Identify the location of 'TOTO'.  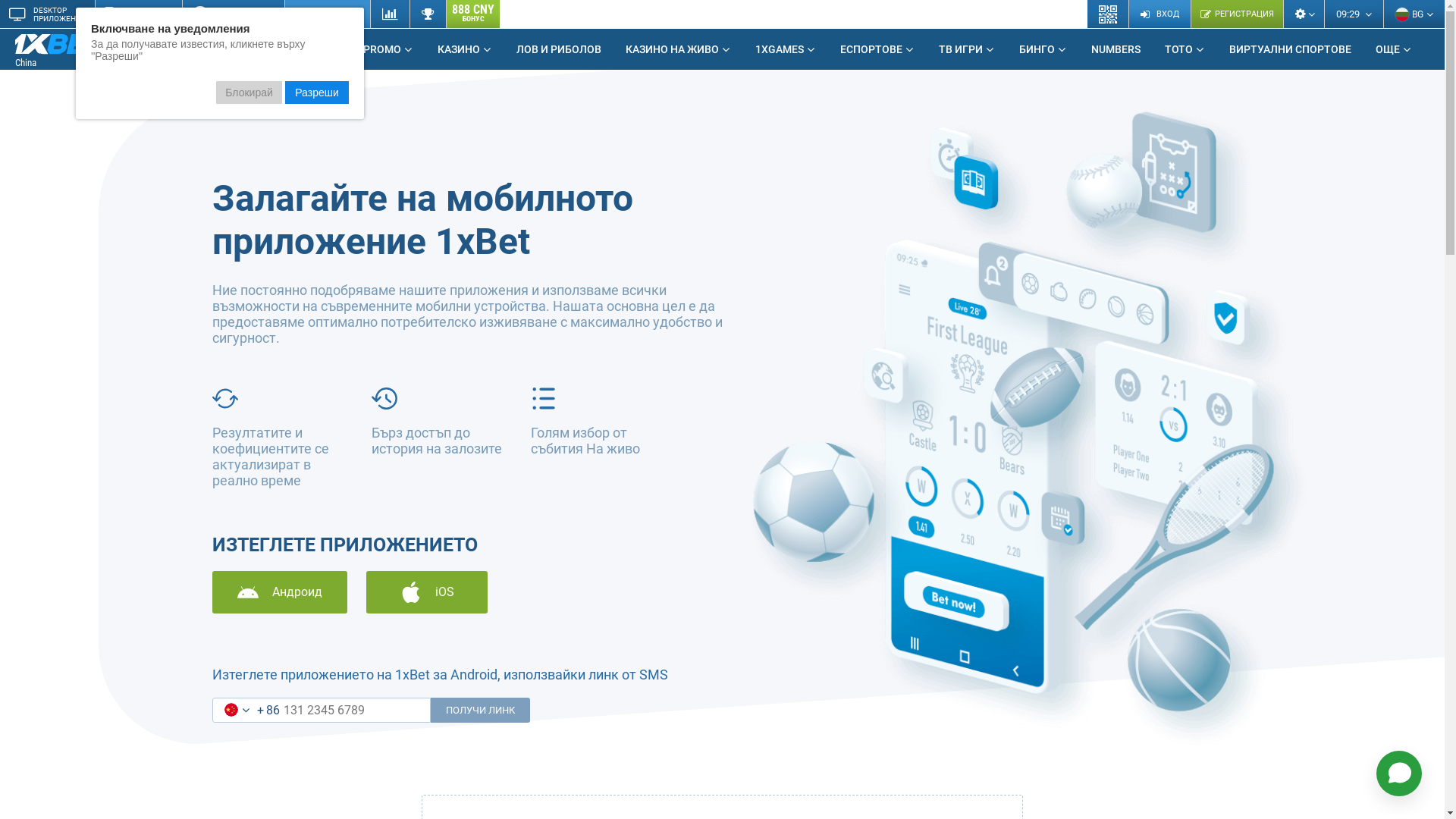
(1153, 49).